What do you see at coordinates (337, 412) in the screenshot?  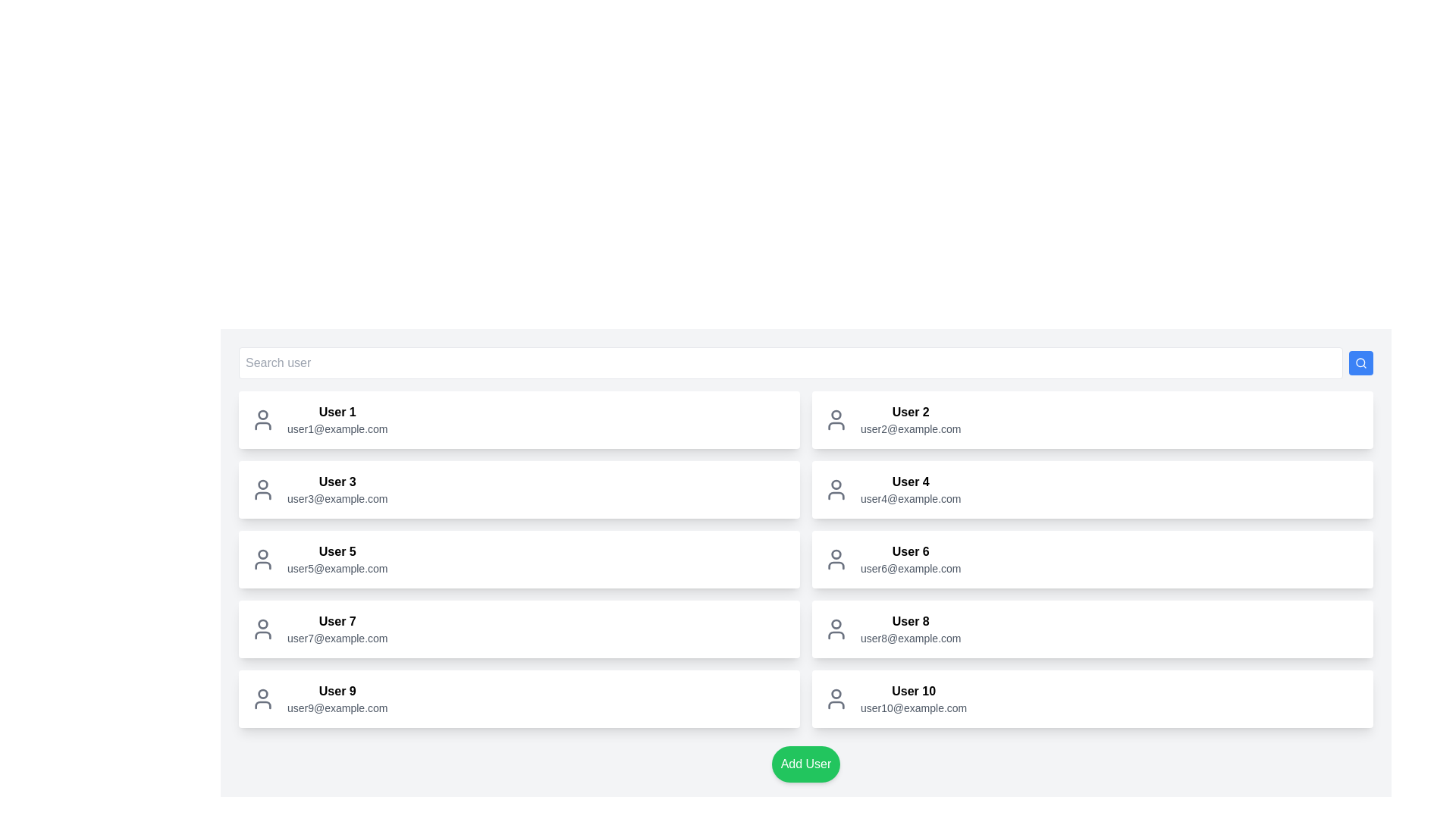 I see `the 'User 1' text label, which is displayed in bold font at the top-left section of a user card, positioned above the email address 'user1@example.com'` at bounding box center [337, 412].